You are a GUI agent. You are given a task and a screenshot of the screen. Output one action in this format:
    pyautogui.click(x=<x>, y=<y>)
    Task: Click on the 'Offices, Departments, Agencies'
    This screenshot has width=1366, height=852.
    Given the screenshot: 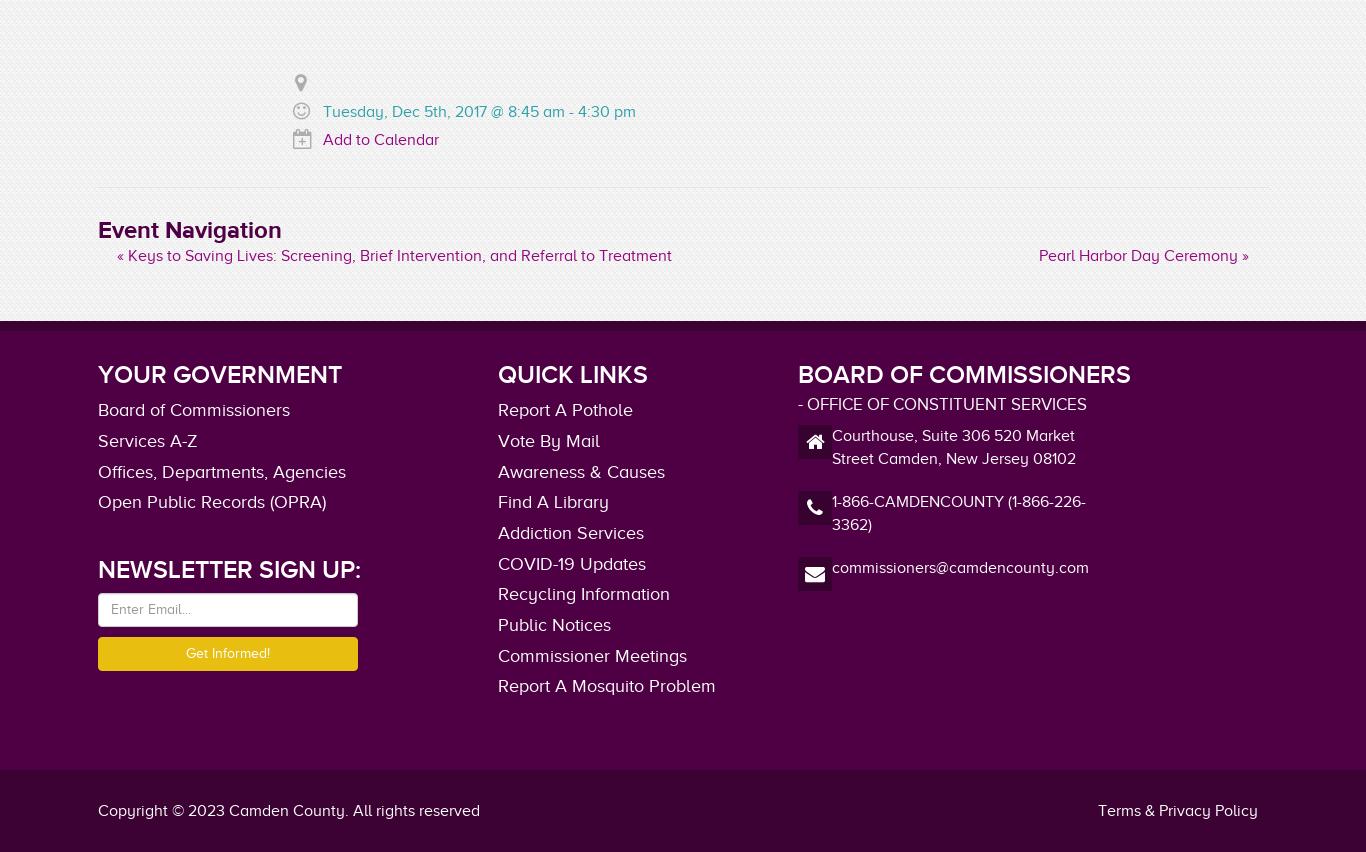 What is the action you would take?
    pyautogui.click(x=220, y=470)
    